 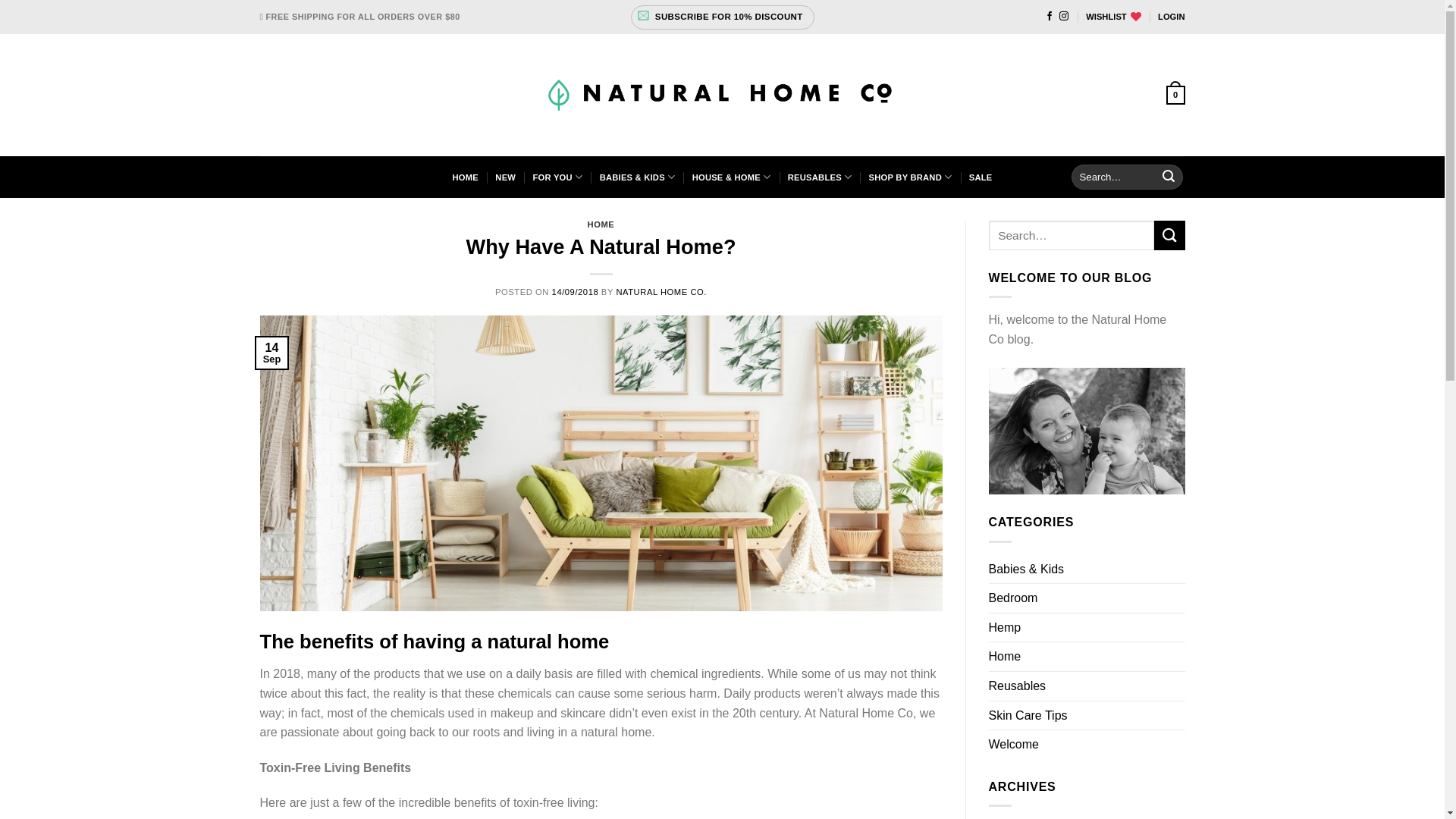 I want to click on '14/09/2018', so click(x=574, y=292).